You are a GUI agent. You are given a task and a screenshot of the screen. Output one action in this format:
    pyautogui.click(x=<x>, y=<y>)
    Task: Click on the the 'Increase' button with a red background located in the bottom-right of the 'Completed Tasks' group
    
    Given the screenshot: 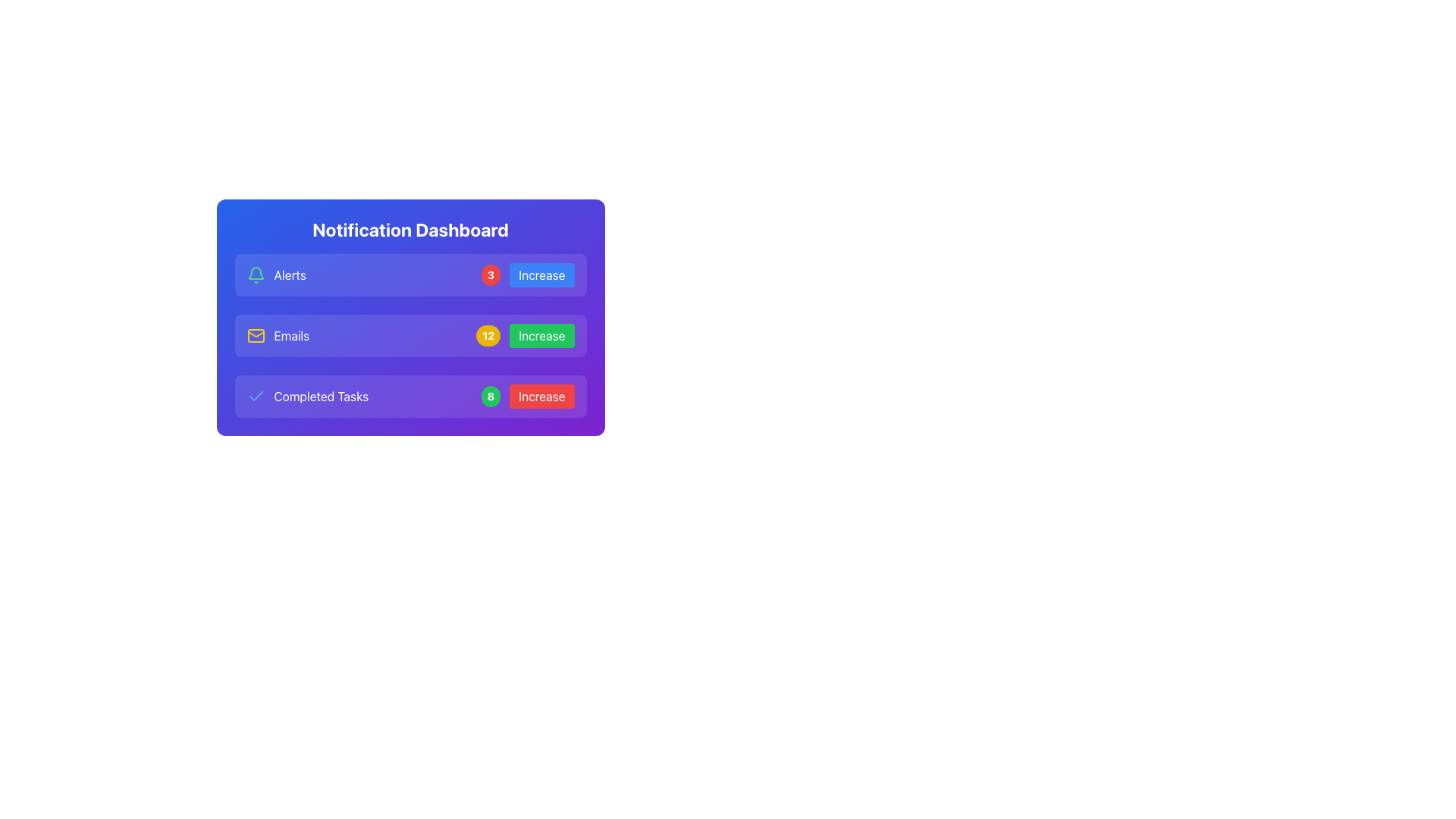 What is the action you would take?
    pyautogui.click(x=528, y=396)
    